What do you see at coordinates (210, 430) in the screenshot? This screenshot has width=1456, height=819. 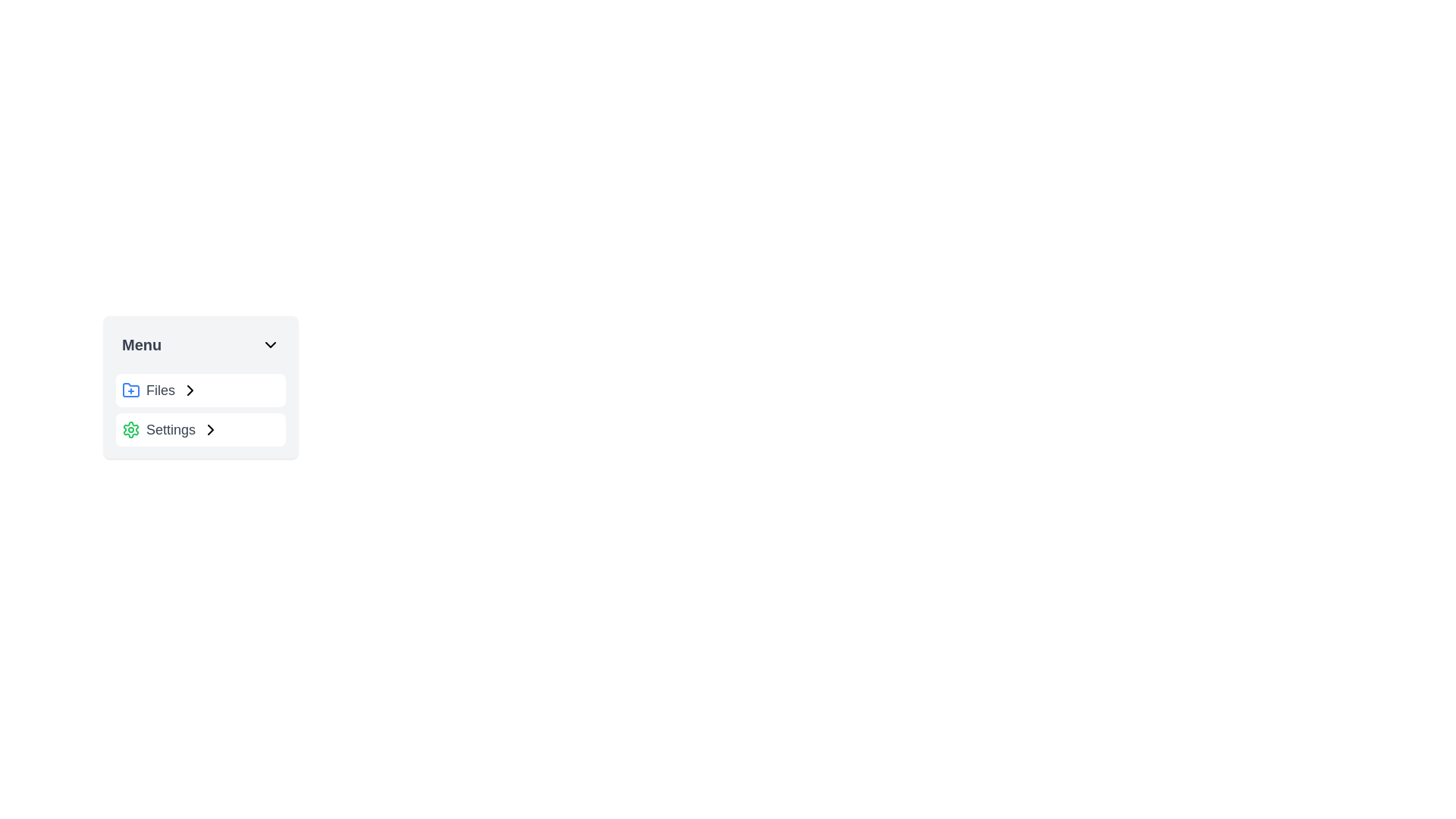 I see `the right-pointing black chevron icon next to the text 'Settings'` at bounding box center [210, 430].